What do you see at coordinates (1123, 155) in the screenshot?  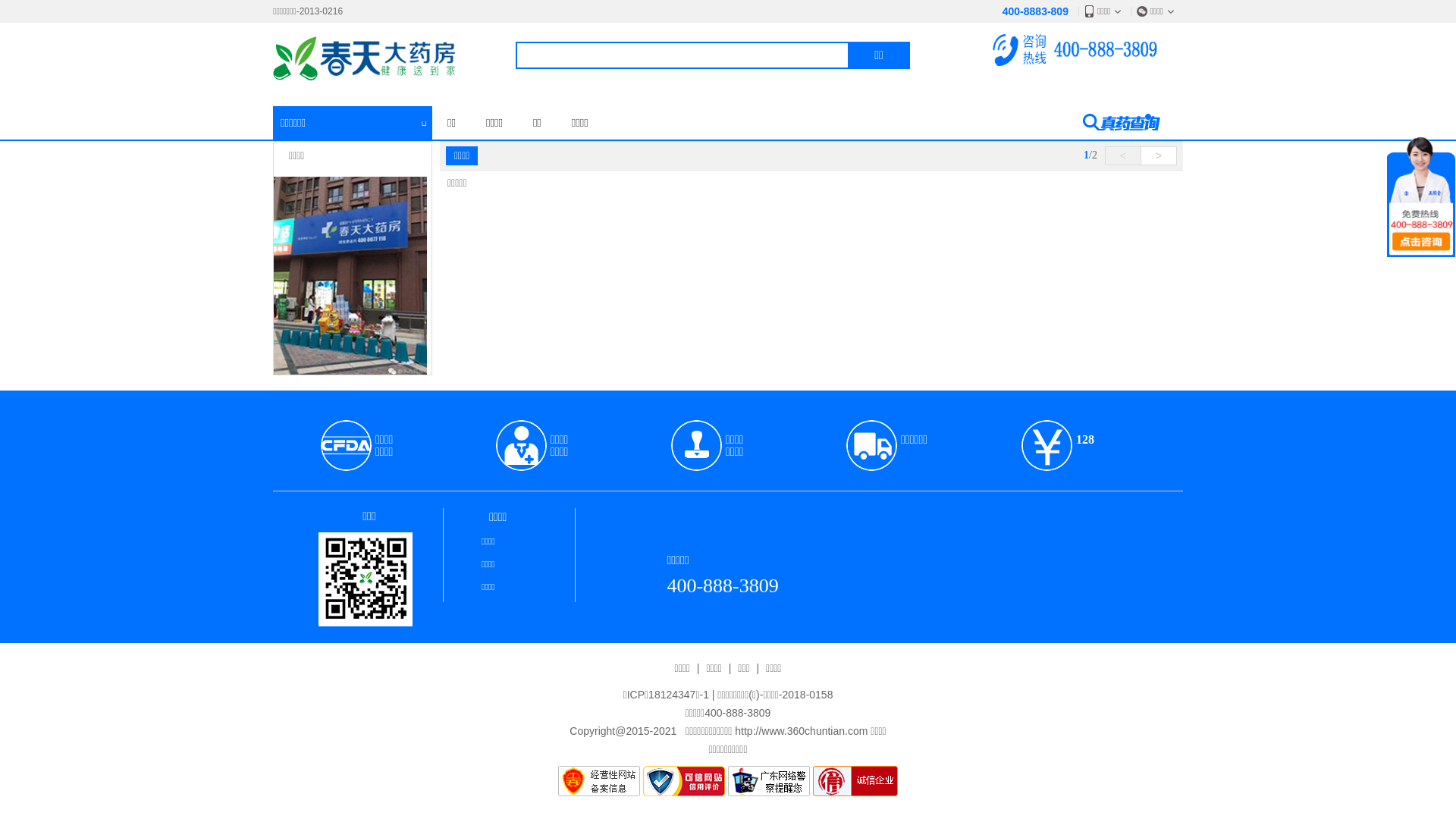 I see `'<'` at bounding box center [1123, 155].